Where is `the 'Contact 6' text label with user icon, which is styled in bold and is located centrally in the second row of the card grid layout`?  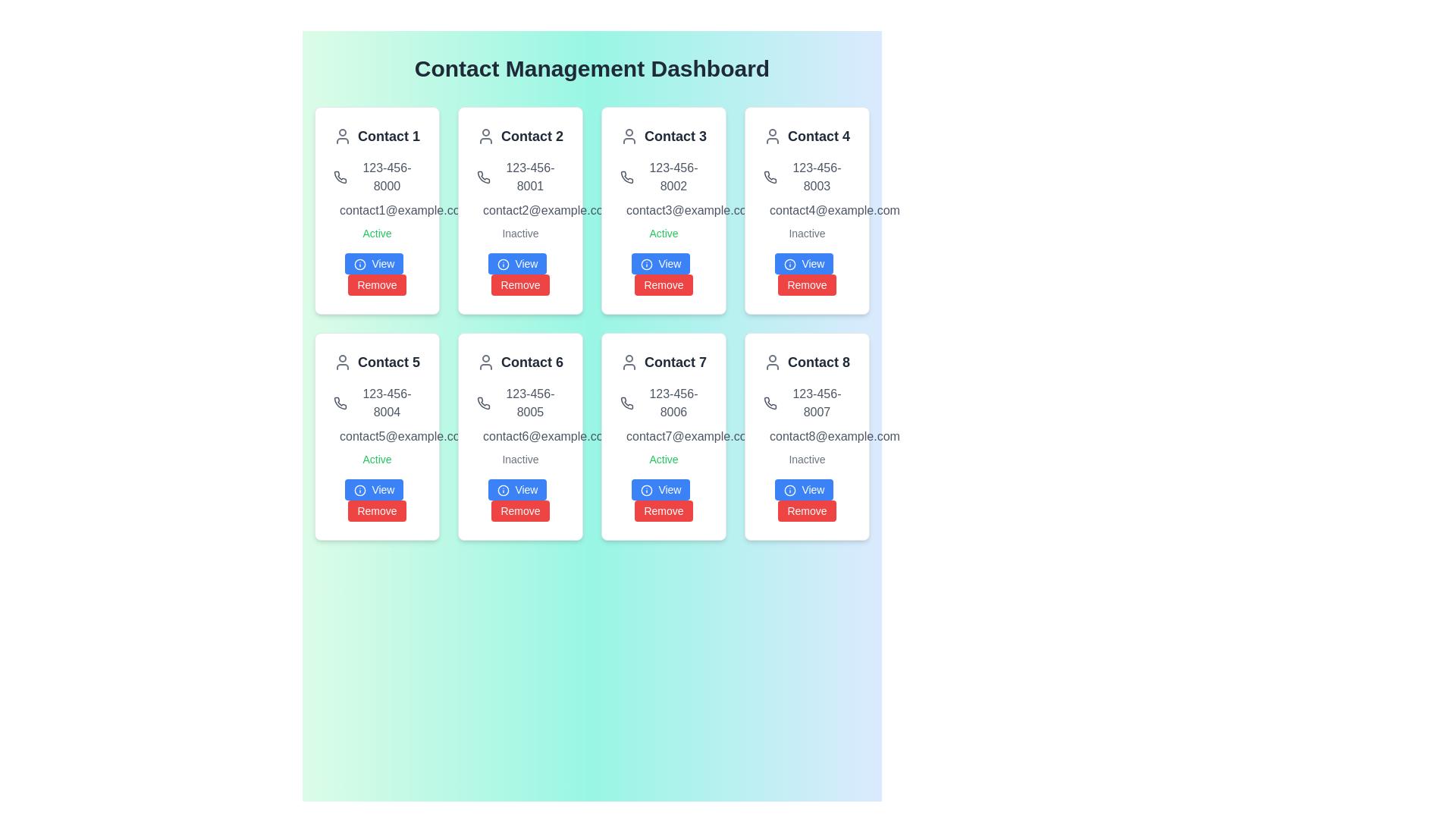
the 'Contact 6' text label with user icon, which is styled in bold and is located centrally in the second row of the card grid layout is located at coordinates (520, 362).